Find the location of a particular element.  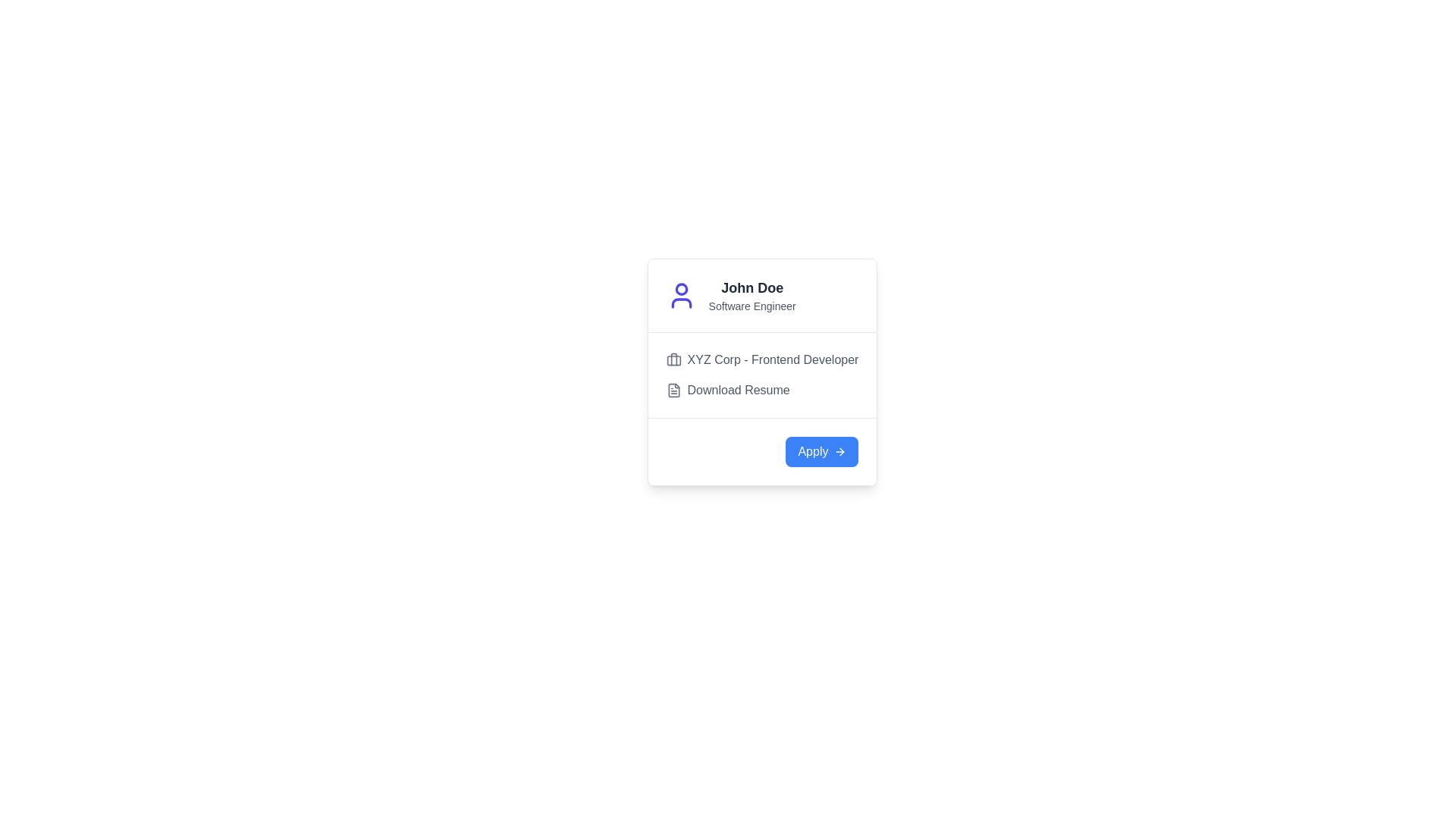

the briefcase icon representing the job listing for 'XYZ Corp - Frontend Developer' is located at coordinates (673, 359).